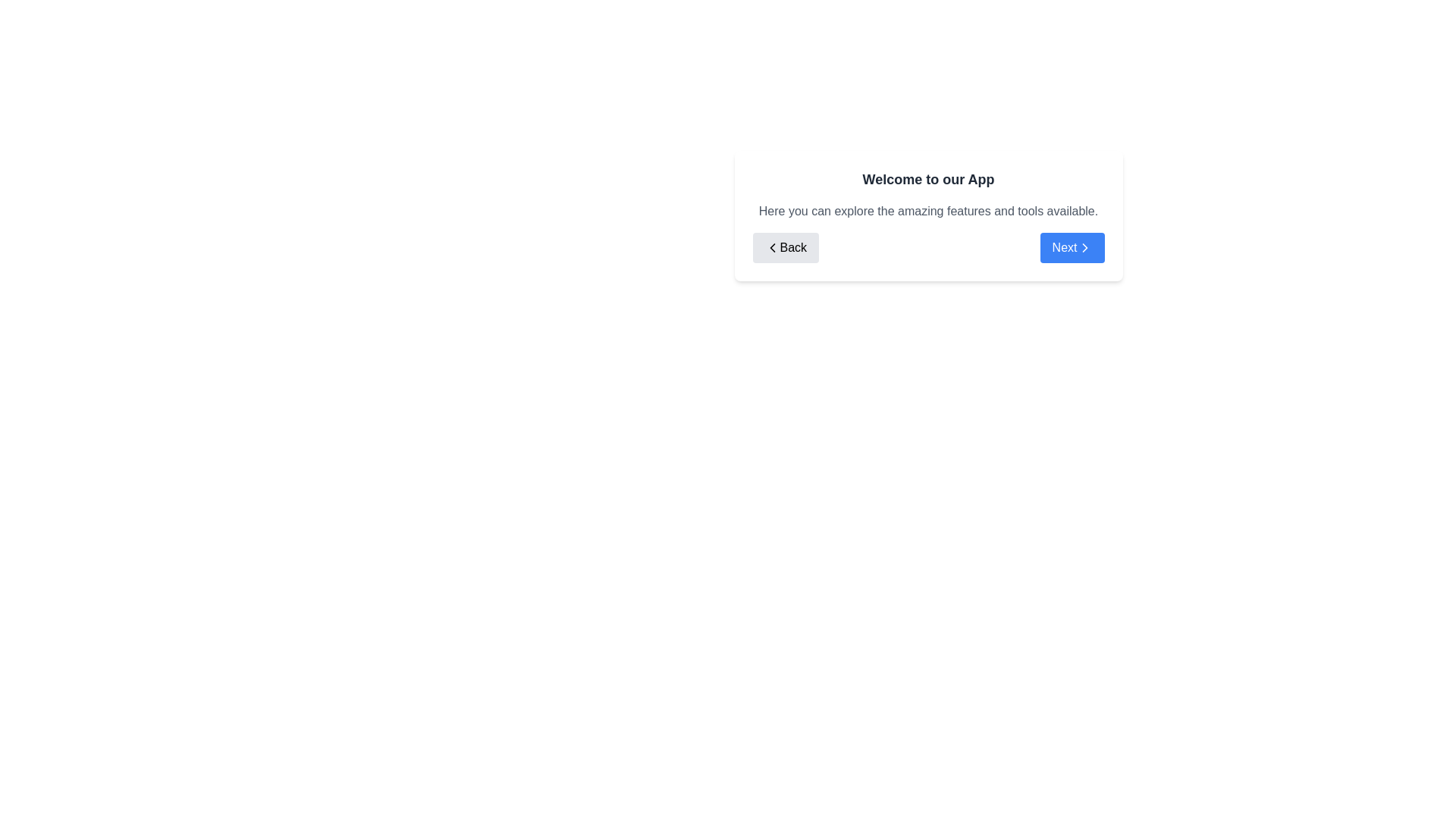 The width and height of the screenshot is (1456, 819). I want to click on the progress indicator icon located at the rightmost part of the 'Next' button in the bottom-right corner of the dialog box, so click(1084, 247).